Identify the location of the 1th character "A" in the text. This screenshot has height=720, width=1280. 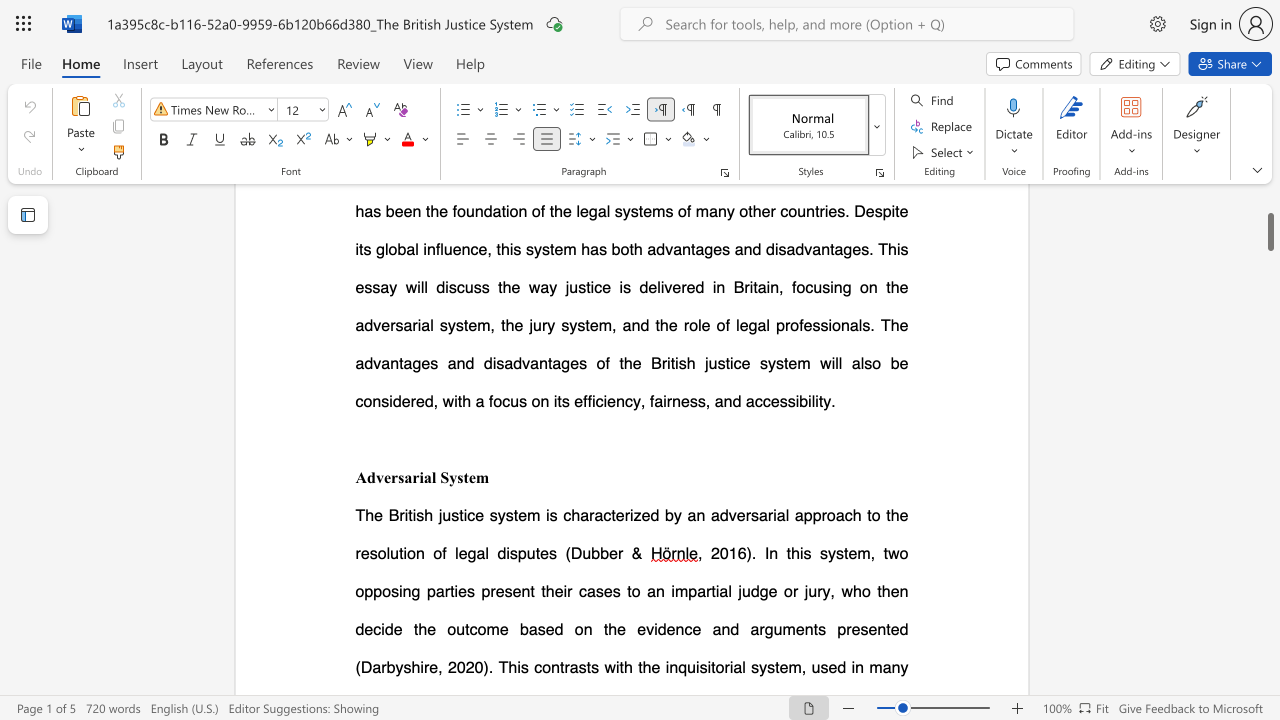
(361, 477).